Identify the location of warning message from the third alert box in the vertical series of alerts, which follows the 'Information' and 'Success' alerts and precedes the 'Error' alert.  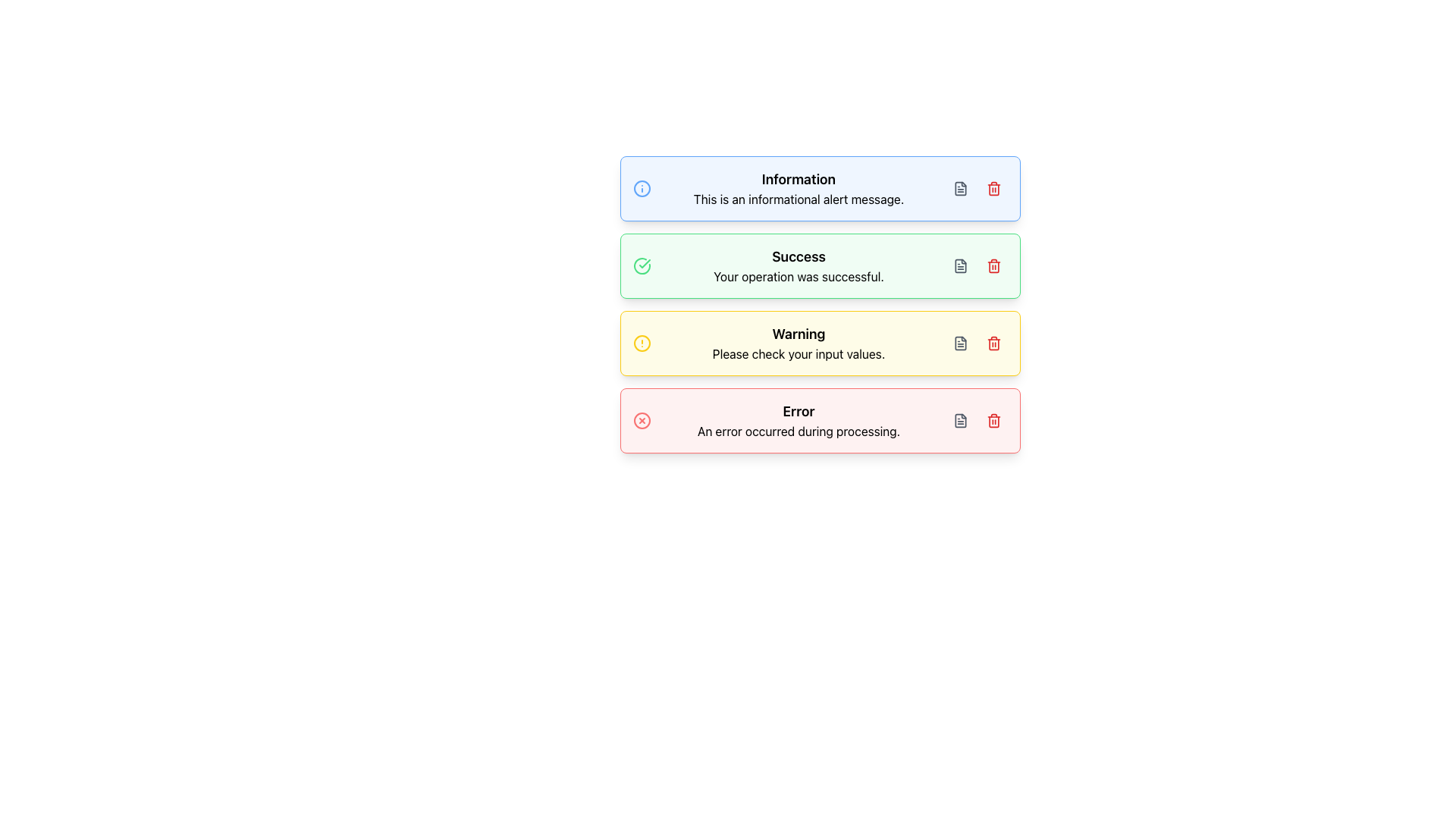
(819, 343).